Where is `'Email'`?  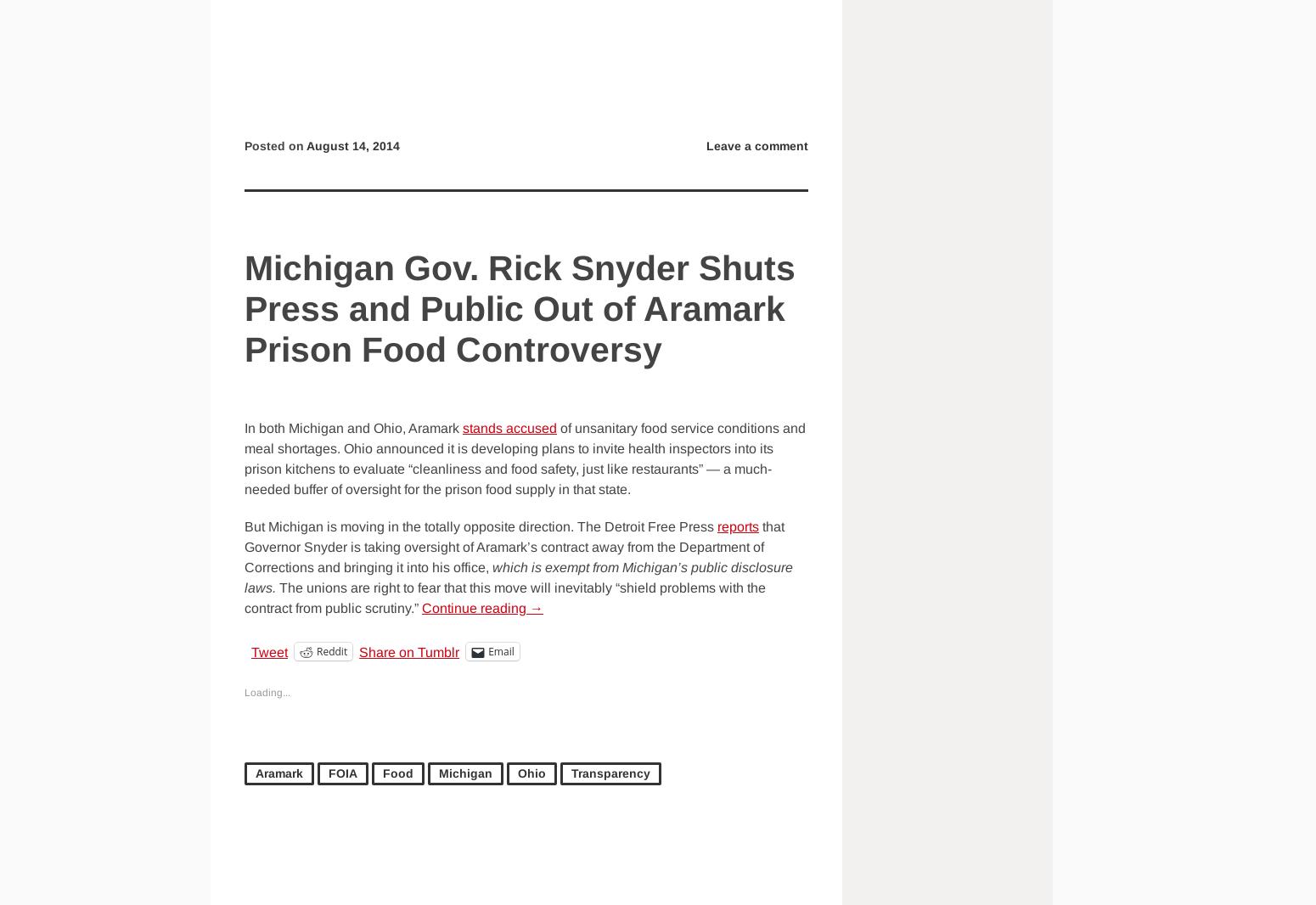
'Email' is located at coordinates (500, 650).